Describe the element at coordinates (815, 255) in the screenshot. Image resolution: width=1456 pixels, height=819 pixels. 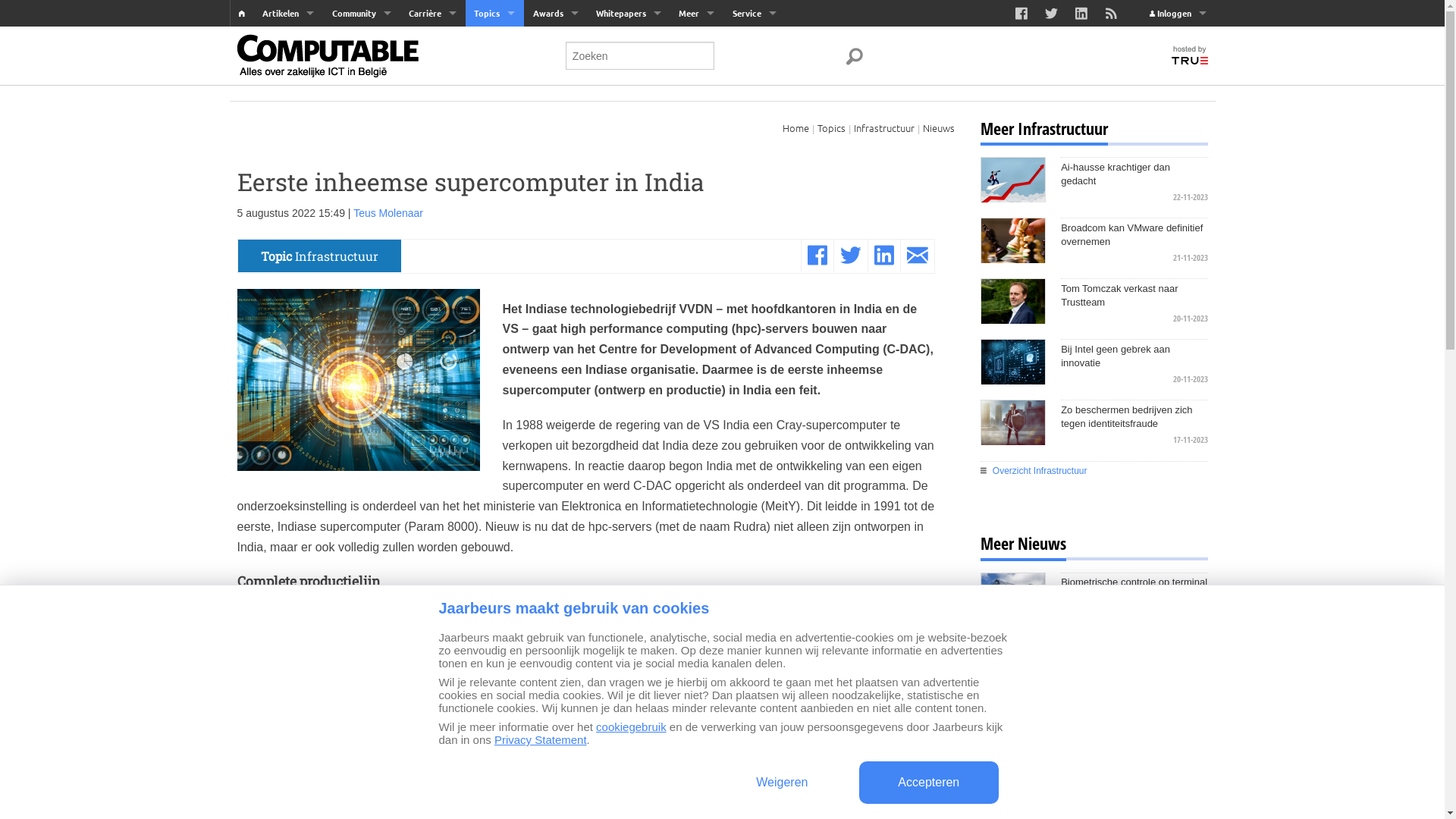
I see `'Share via Facebook'` at that location.